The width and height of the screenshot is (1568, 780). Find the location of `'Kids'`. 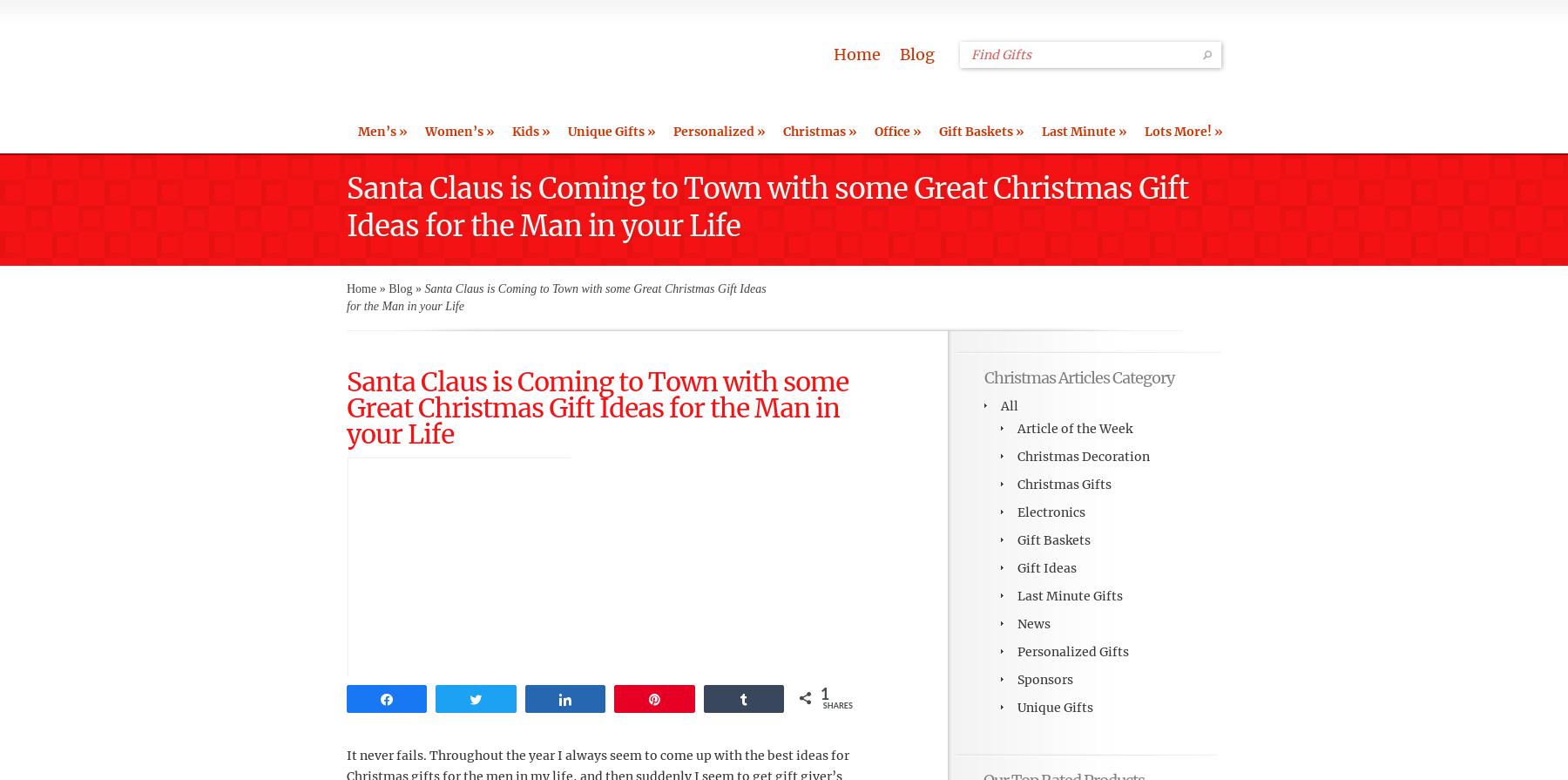

'Kids' is located at coordinates (525, 131).